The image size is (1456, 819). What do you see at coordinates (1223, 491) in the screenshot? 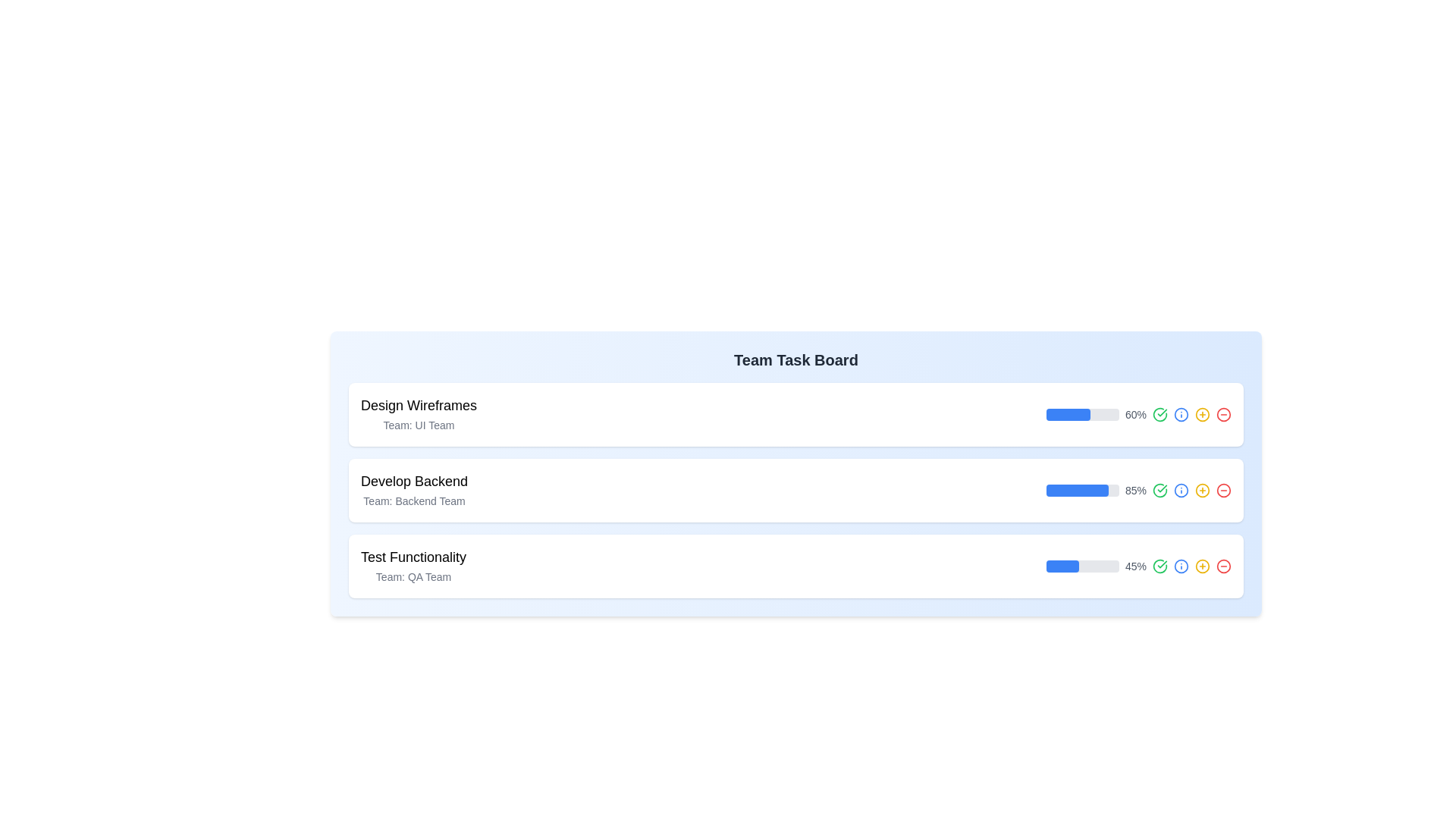
I see `the icon button located in the lower part of the center column, aligned with the '85%' progress bar` at bounding box center [1223, 491].